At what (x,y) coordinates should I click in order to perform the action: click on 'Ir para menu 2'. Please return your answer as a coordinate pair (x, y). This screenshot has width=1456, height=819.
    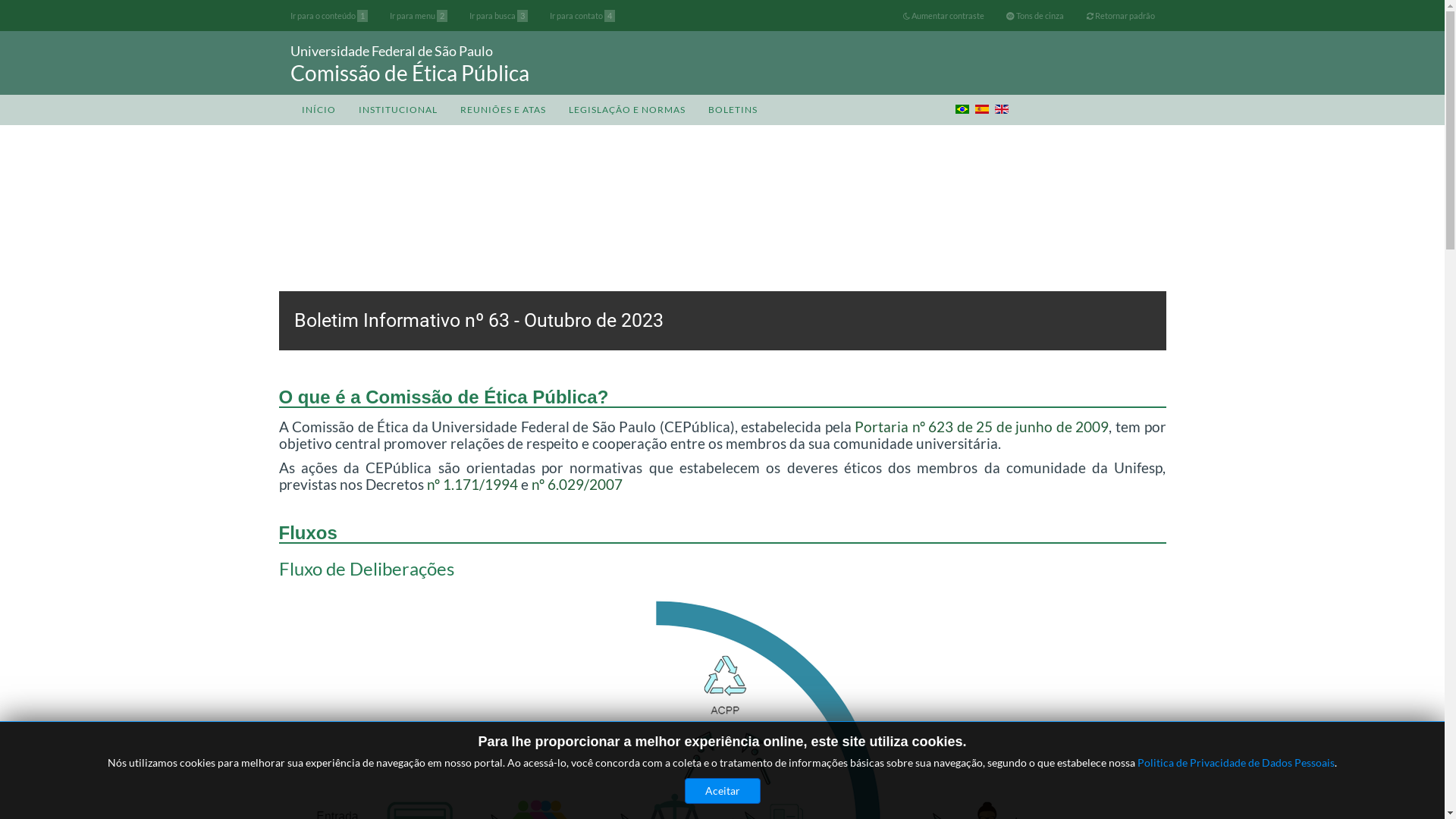
    Looking at the image, I should click on (419, 15).